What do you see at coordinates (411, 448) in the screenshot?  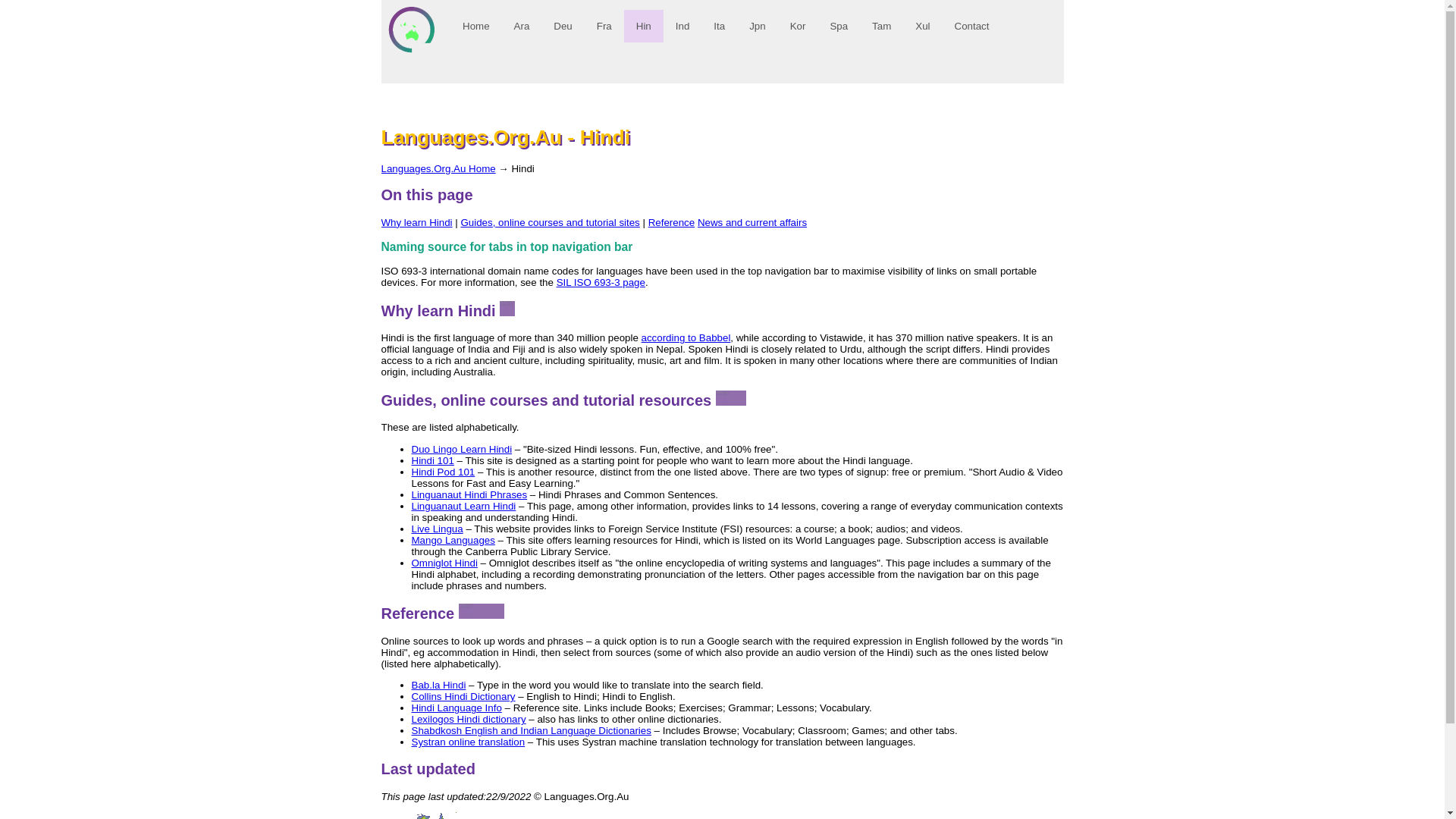 I see `'Duo Lingo Learn Hindi'` at bounding box center [411, 448].